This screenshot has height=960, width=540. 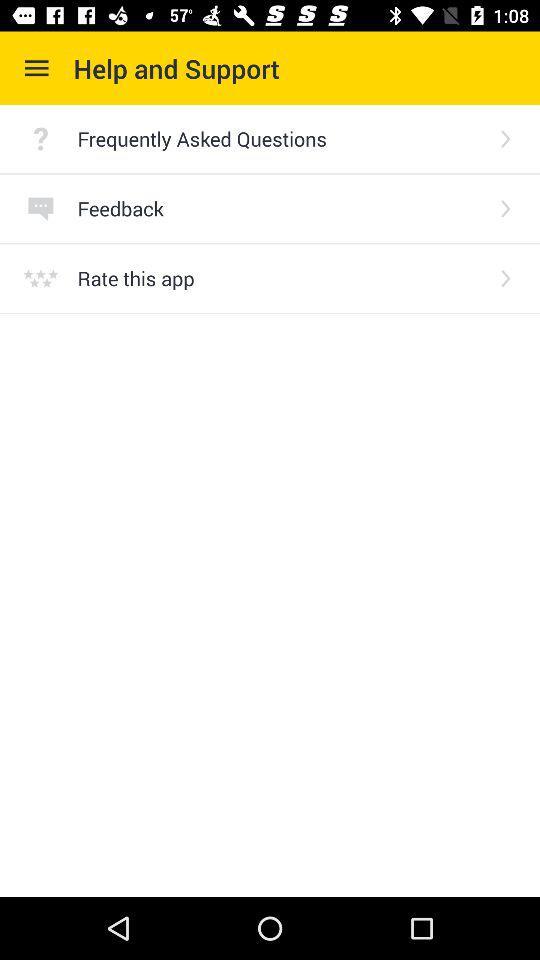 I want to click on the item to the left of the help and support, so click(x=36, y=68).